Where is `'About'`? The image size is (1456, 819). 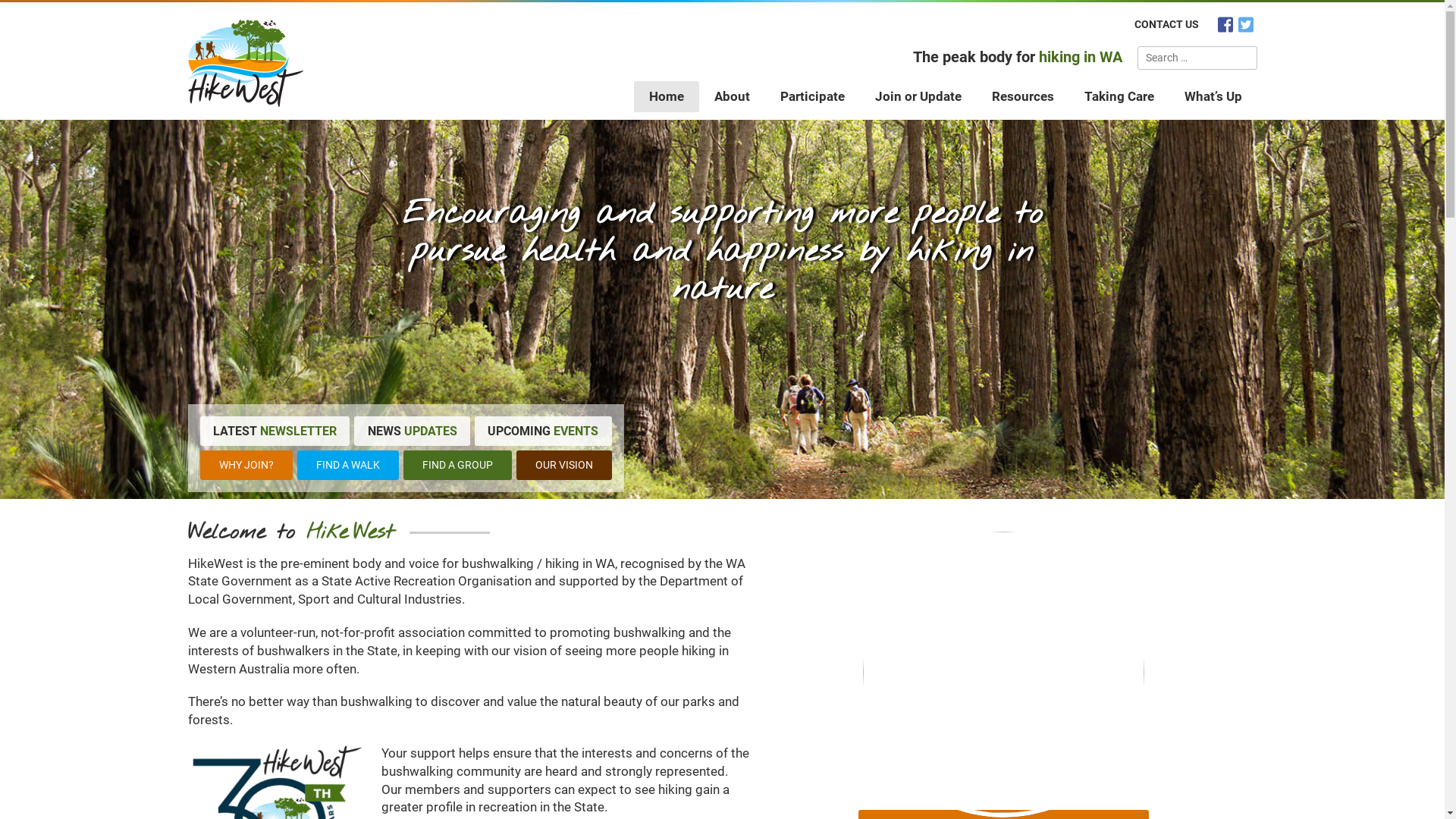 'About' is located at coordinates (698, 96).